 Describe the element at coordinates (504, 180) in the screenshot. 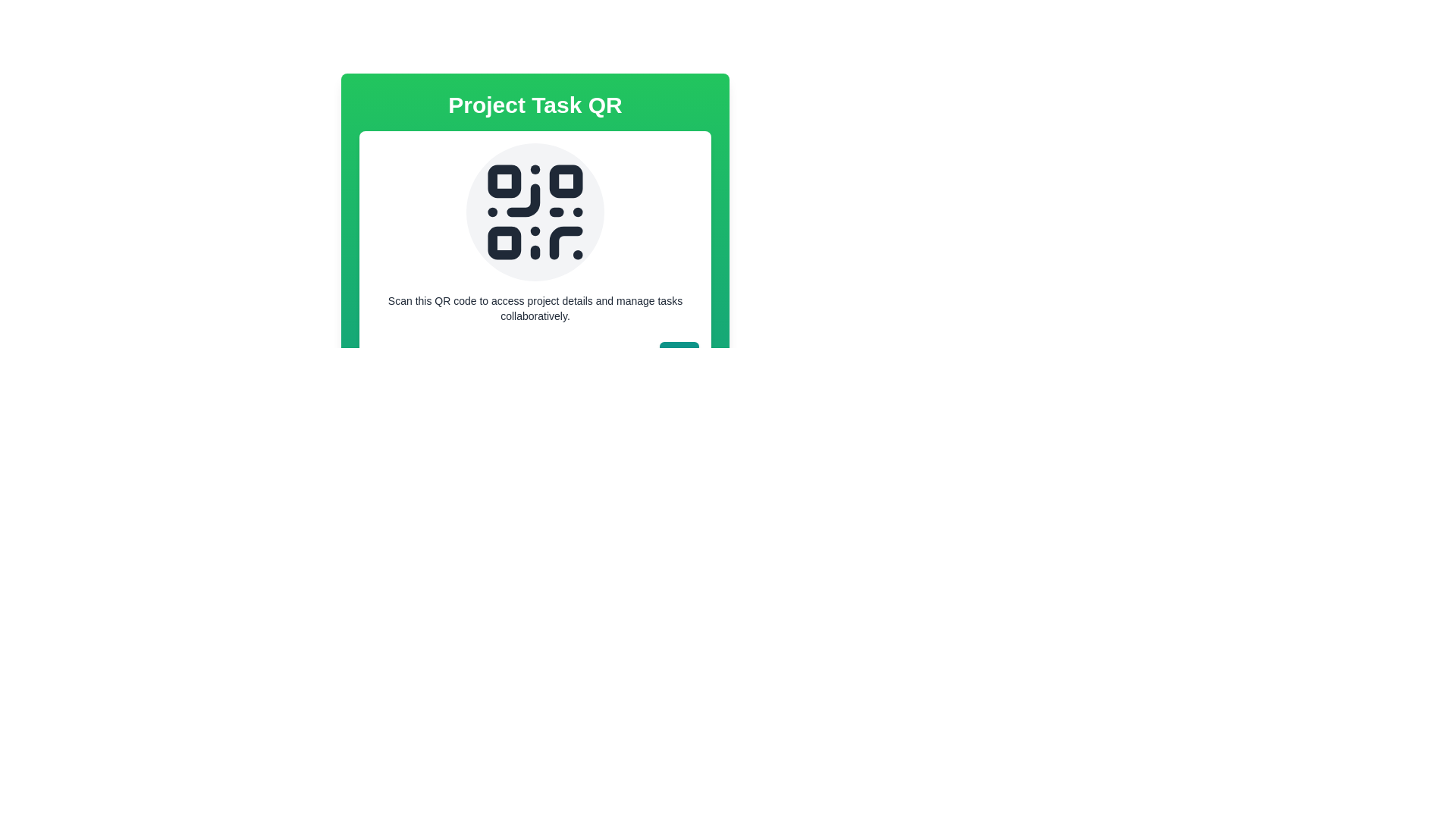

I see `the small square with rounded corners located at the top-left corner of the QR code-like graphic` at that location.